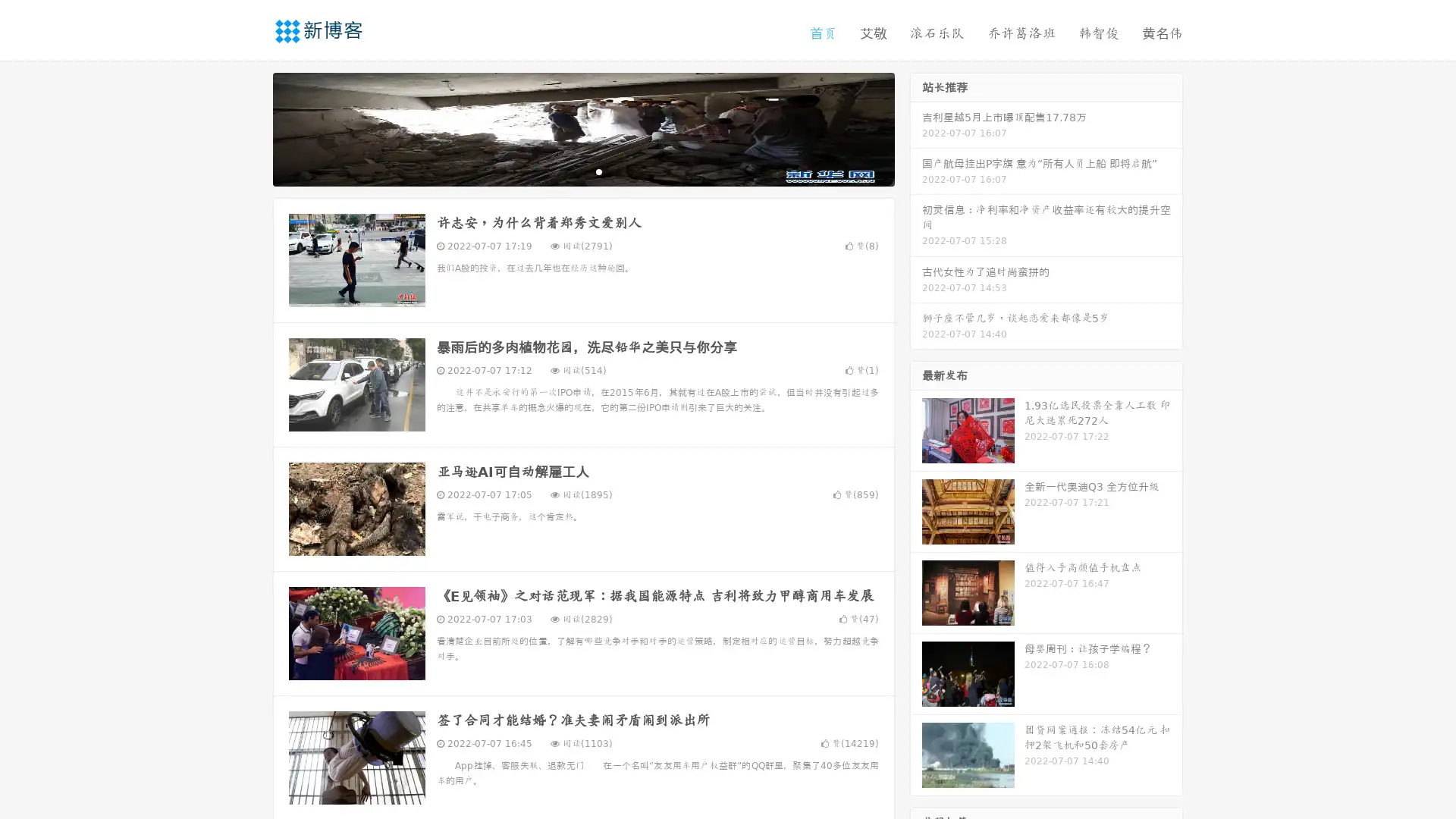 The image size is (1456, 819). Describe the element at coordinates (916, 127) in the screenshot. I see `Next slide` at that location.